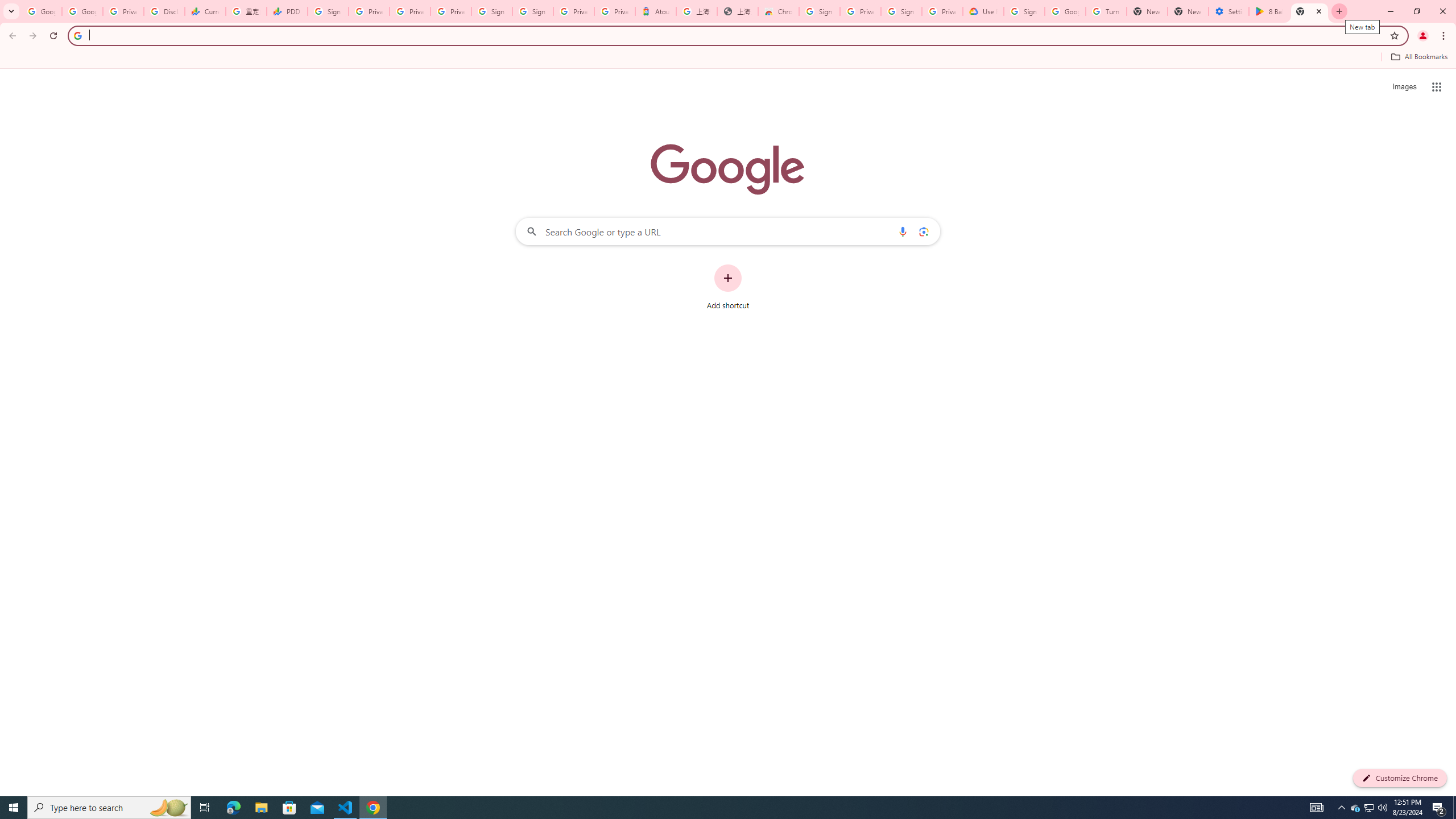 The image size is (1456, 819). Describe the element at coordinates (491, 11) in the screenshot. I see `'Sign in - Google Accounts'` at that location.